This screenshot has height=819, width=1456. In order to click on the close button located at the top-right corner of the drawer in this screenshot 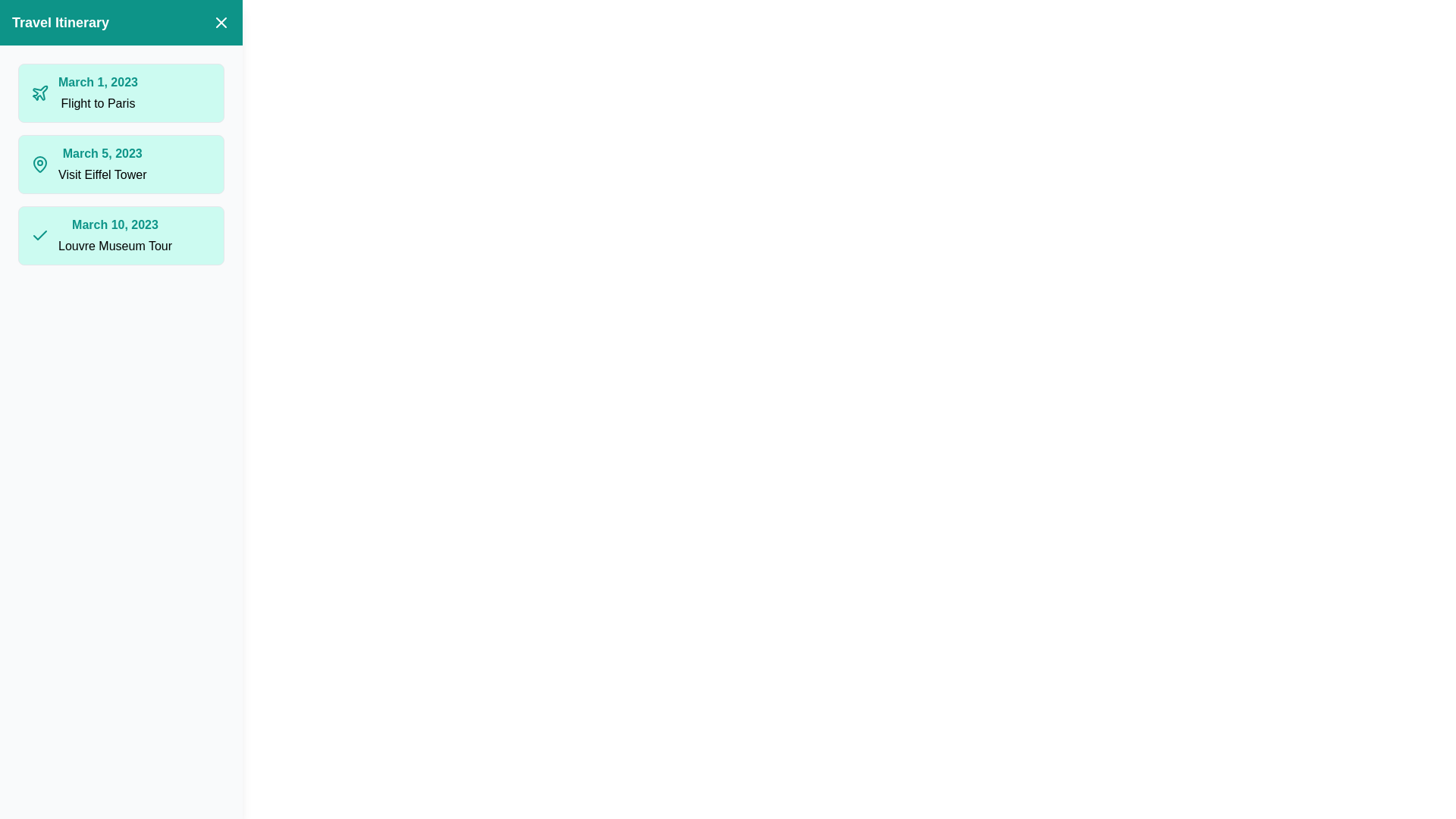, I will do `click(221, 23)`.